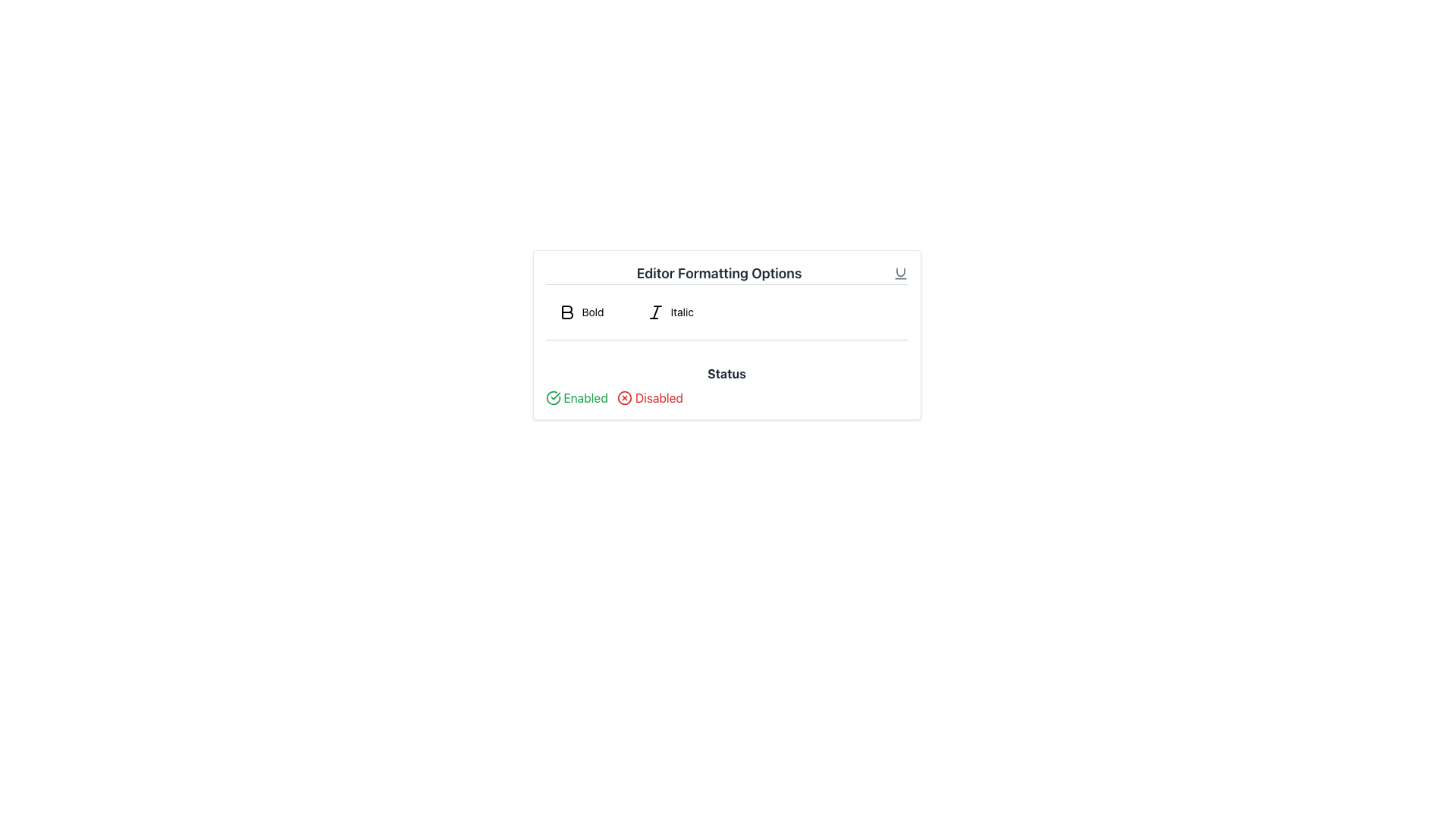 The height and width of the screenshot is (819, 1456). Describe the element at coordinates (552, 397) in the screenshot. I see `the decorative icon shape component located near the 'Status' label in the interface` at that location.